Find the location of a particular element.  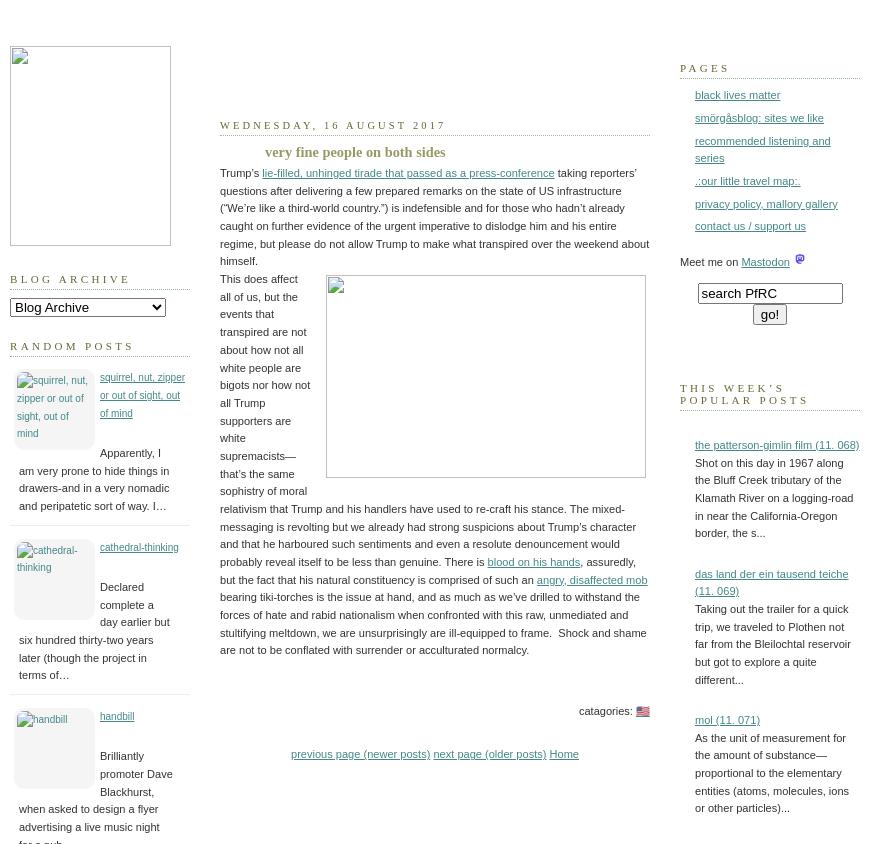

'Home' is located at coordinates (562, 754).